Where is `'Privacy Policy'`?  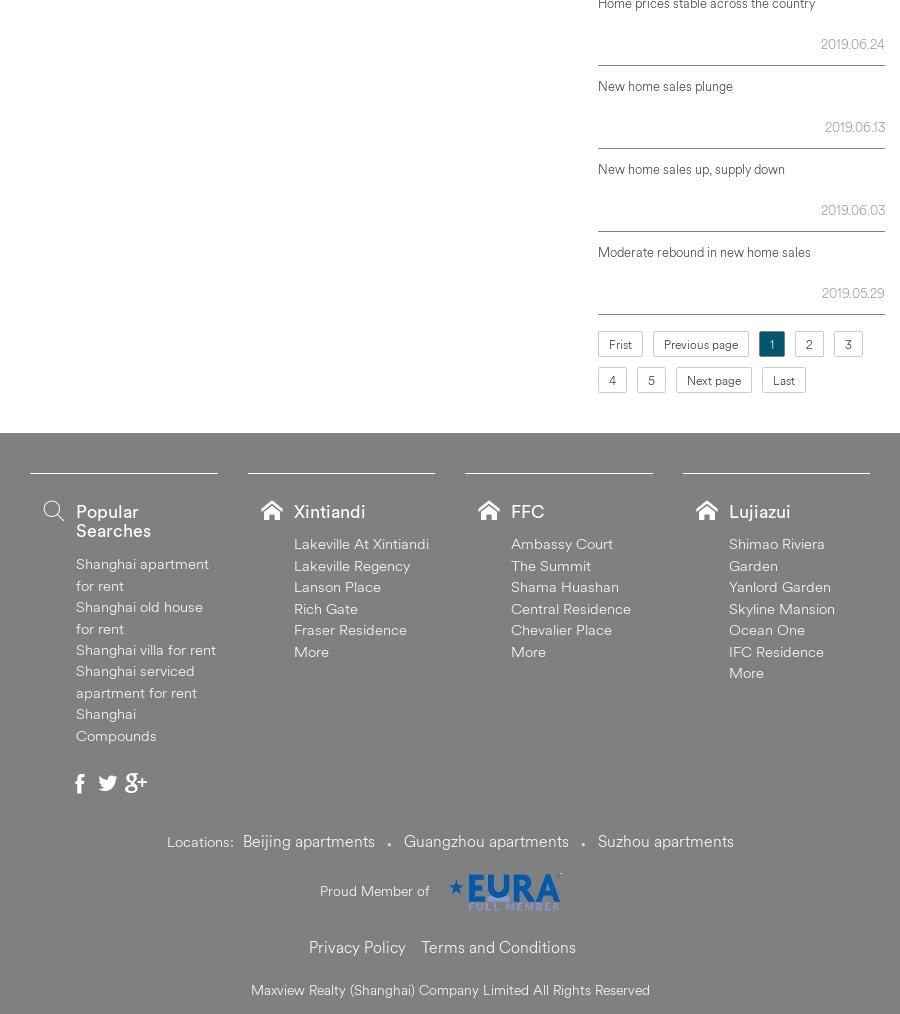
'Privacy Policy' is located at coordinates (357, 945).